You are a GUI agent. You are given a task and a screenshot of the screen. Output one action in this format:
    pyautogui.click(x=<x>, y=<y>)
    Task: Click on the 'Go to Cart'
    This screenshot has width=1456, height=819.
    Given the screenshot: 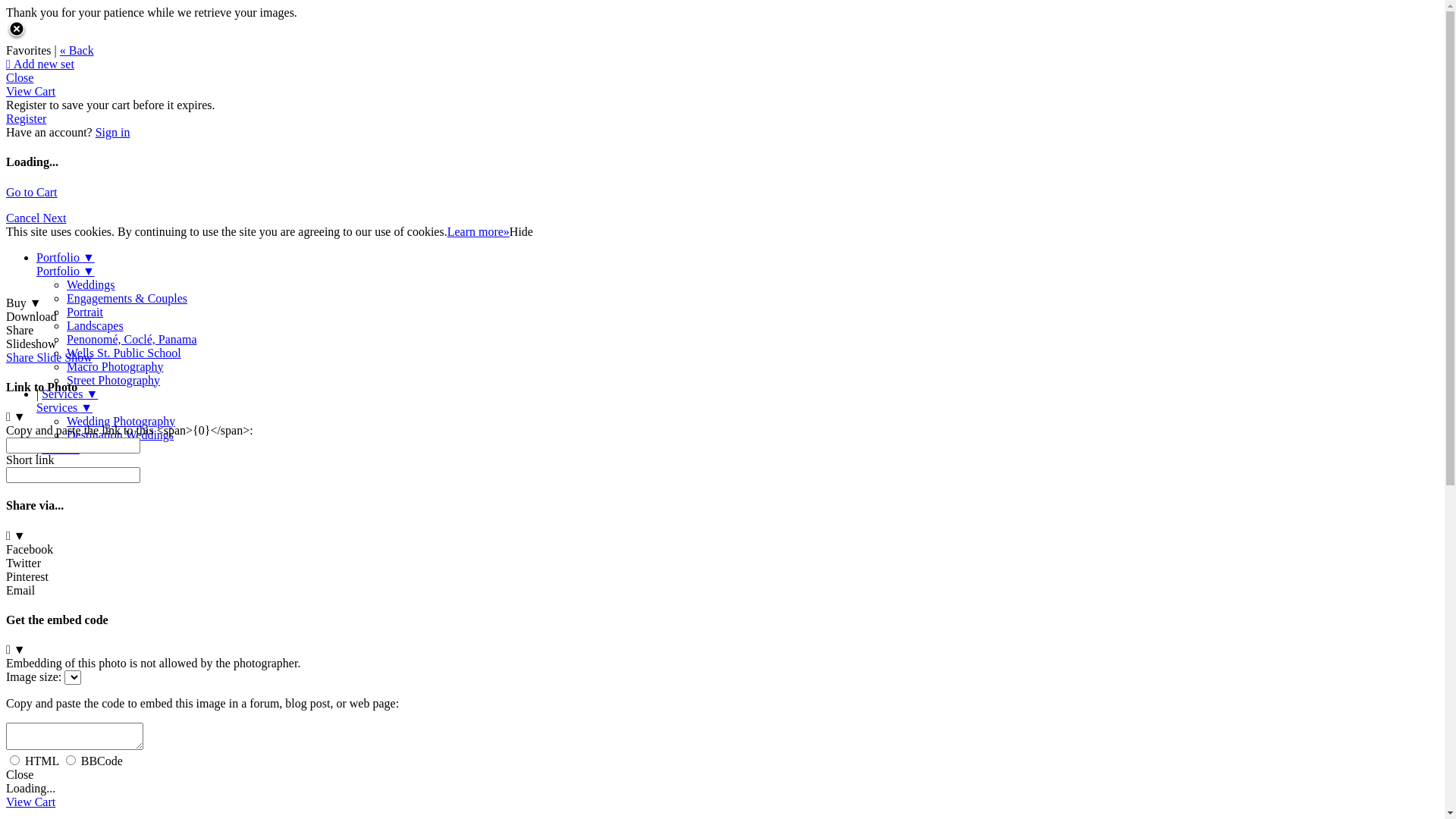 What is the action you would take?
    pyautogui.click(x=32, y=191)
    